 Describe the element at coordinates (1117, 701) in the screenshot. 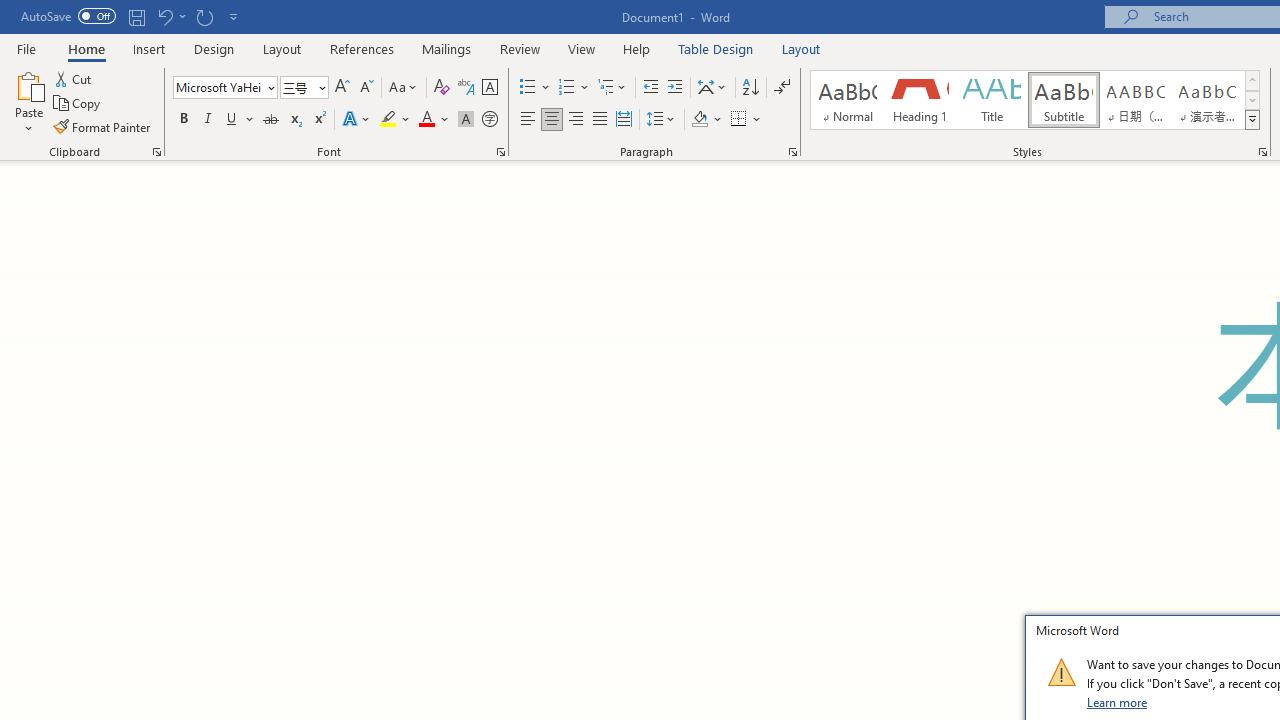

I see `'Learn more'` at that location.